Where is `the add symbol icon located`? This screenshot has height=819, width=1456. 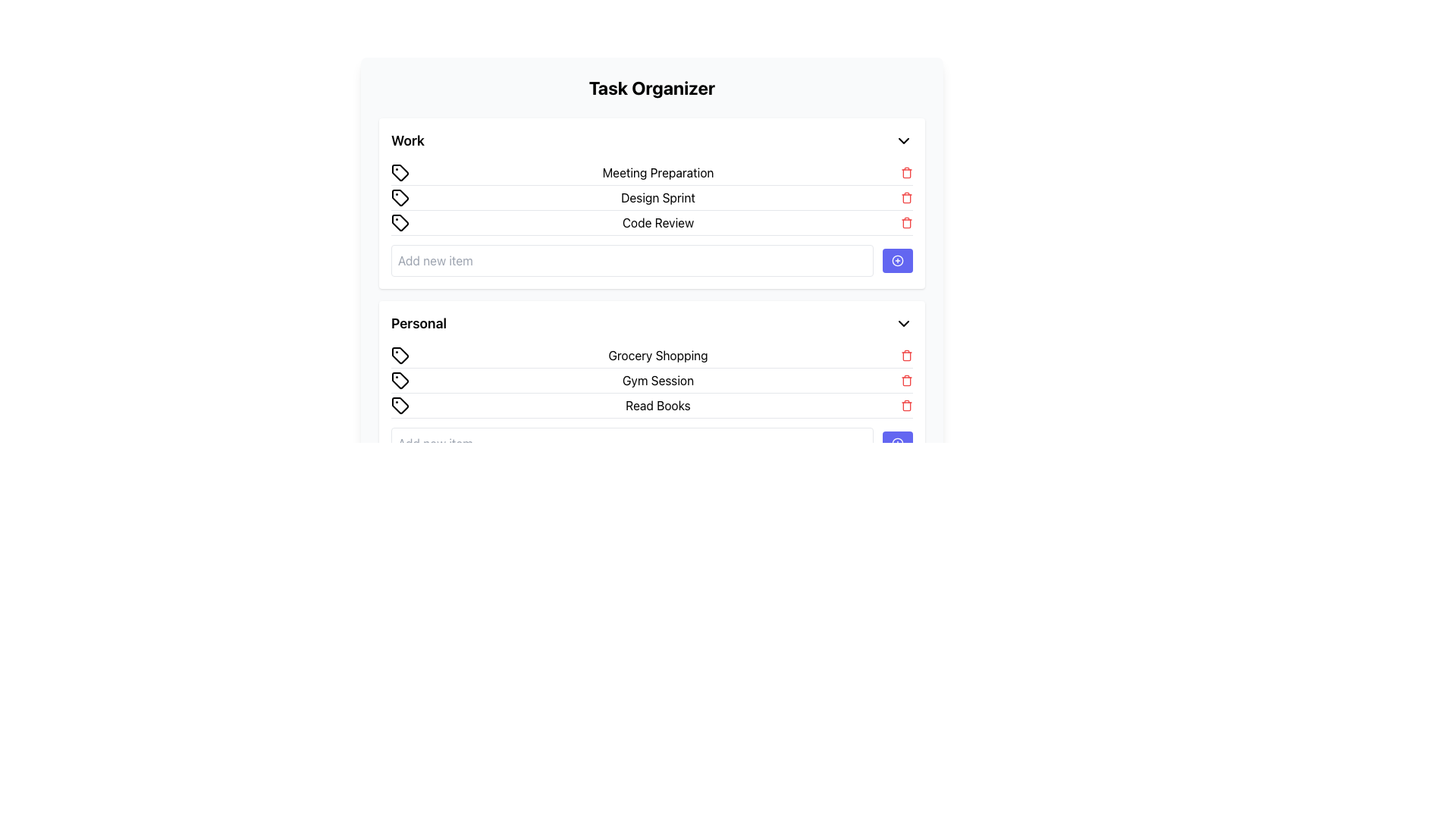
the add symbol icon located is located at coordinates (898, 444).